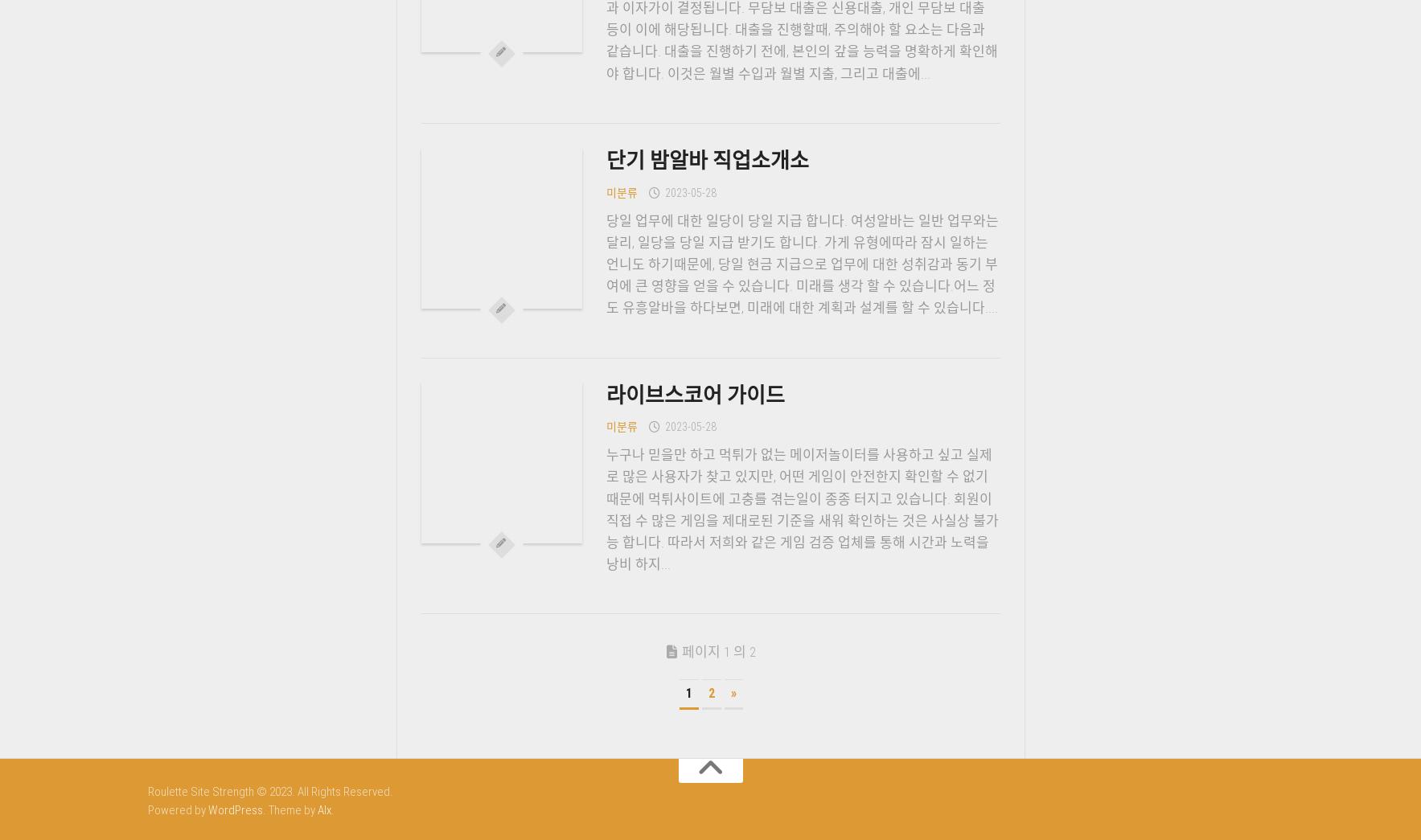  What do you see at coordinates (331, 809) in the screenshot?
I see `'.'` at bounding box center [331, 809].